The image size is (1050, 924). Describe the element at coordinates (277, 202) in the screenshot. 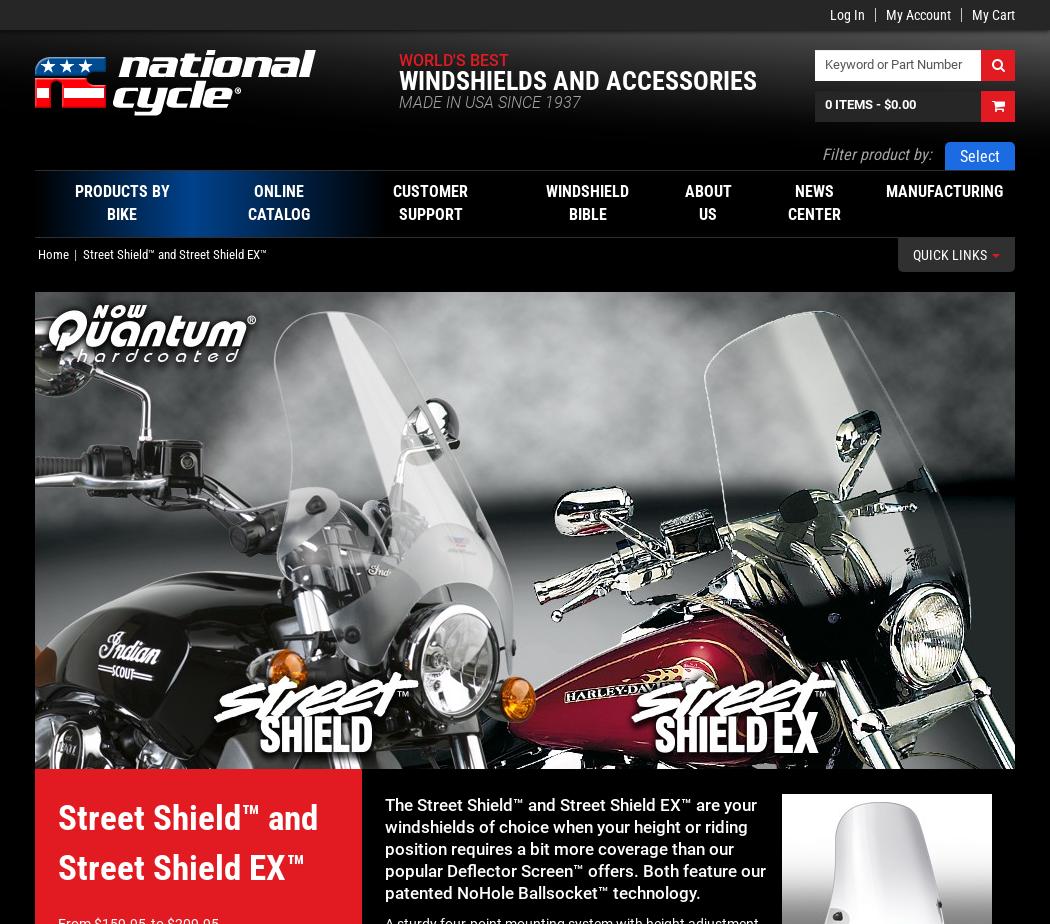

I see `'Online Catalog'` at that location.